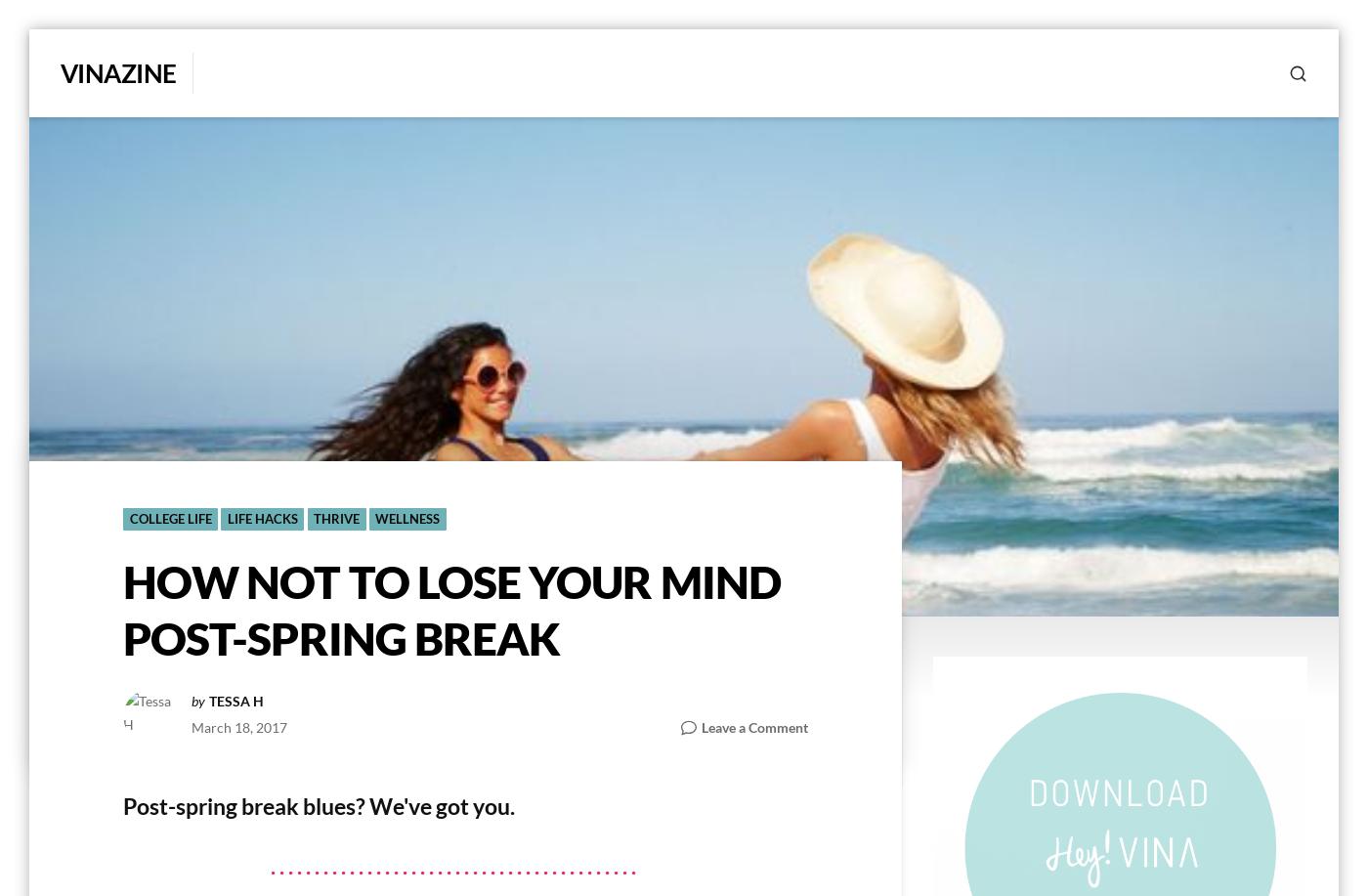 Image resolution: width=1368 pixels, height=896 pixels. I want to click on 'Tessa H', so click(207, 701).